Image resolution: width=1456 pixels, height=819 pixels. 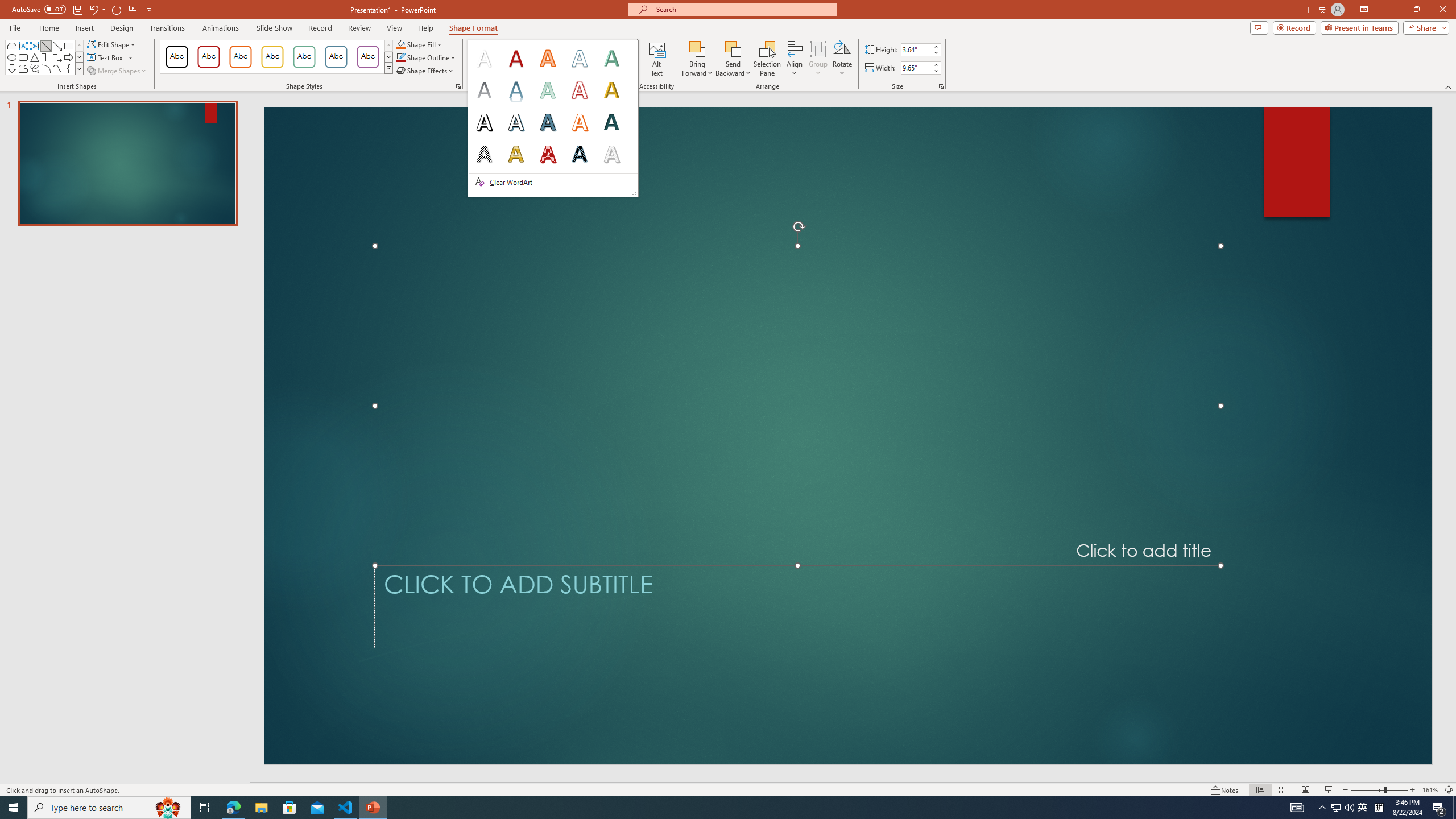 What do you see at coordinates (941, 85) in the screenshot?
I see `'Size and Position...'` at bounding box center [941, 85].